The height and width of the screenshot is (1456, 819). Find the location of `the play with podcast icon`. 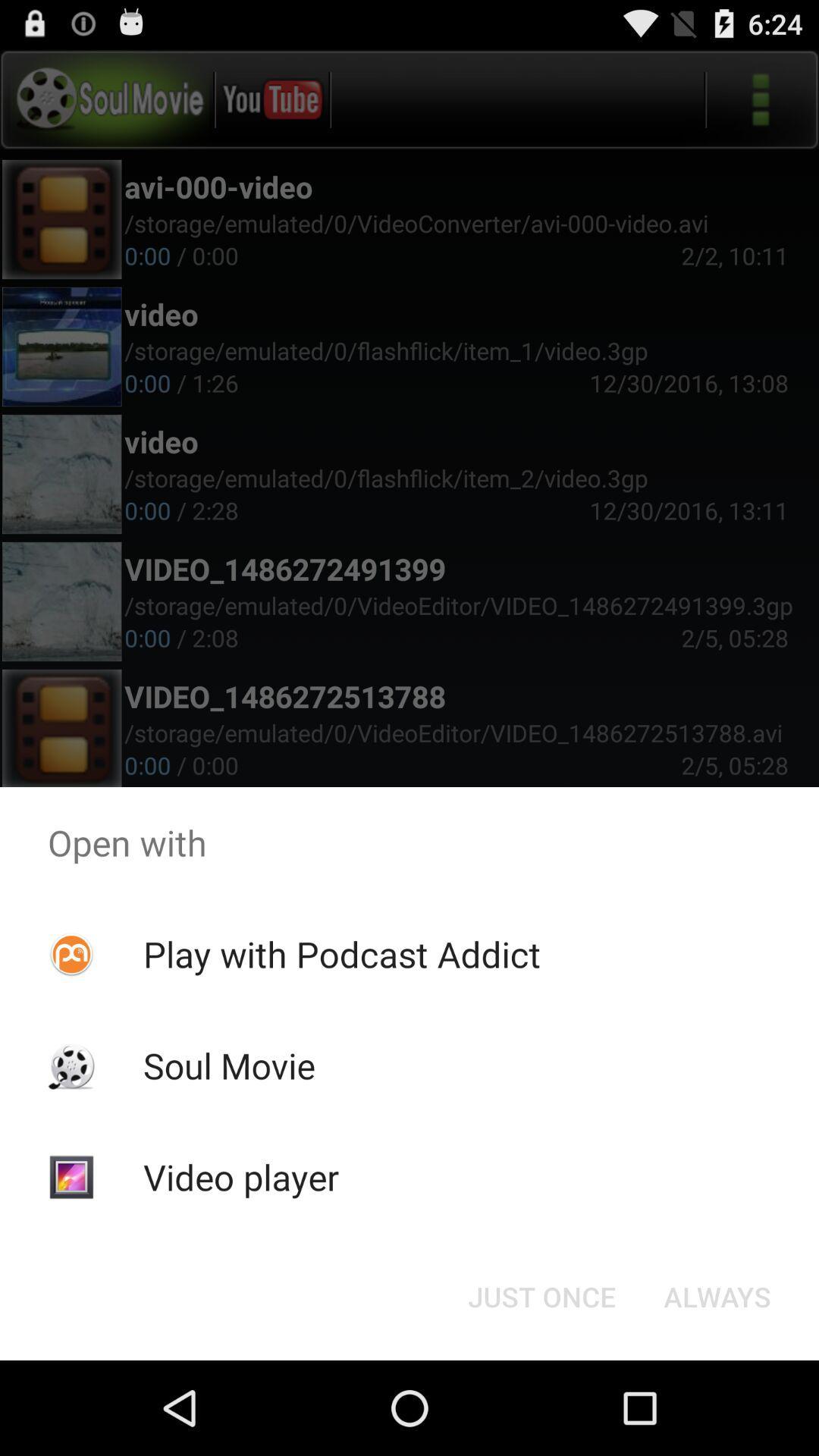

the play with podcast icon is located at coordinates (342, 953).